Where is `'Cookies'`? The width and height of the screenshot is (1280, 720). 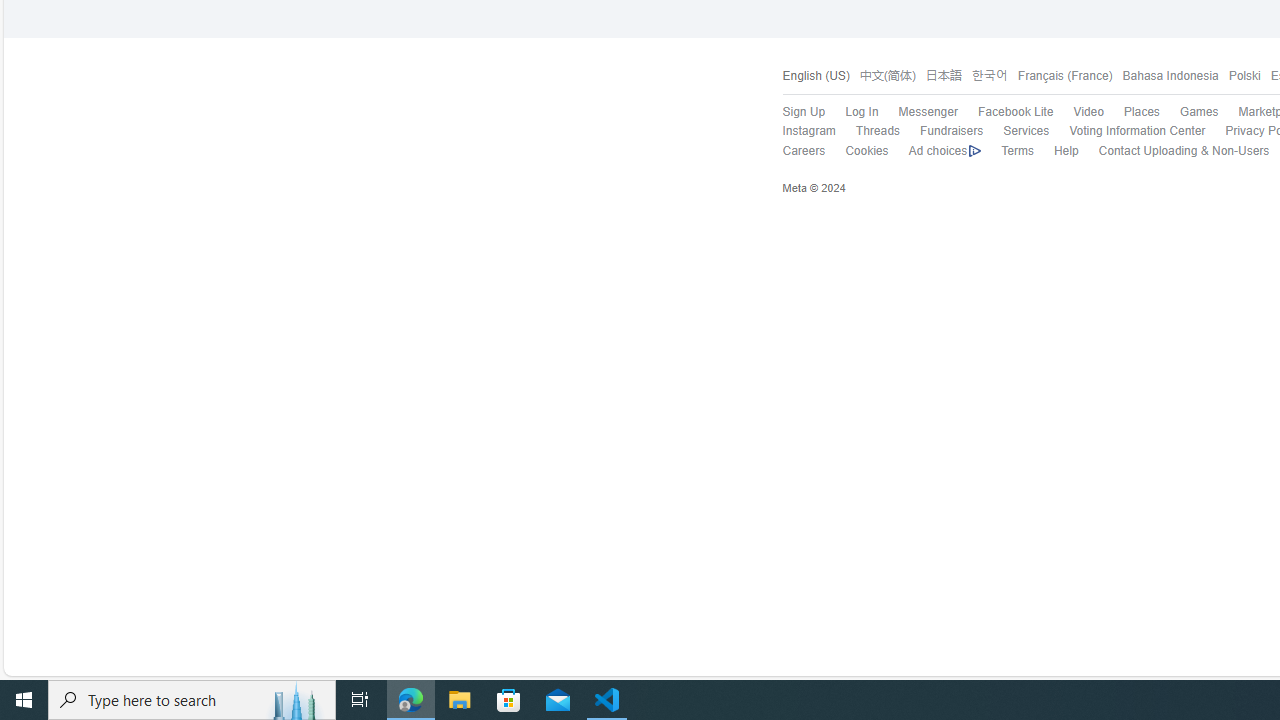 'Cookies' is located at coordinates (867, 149).